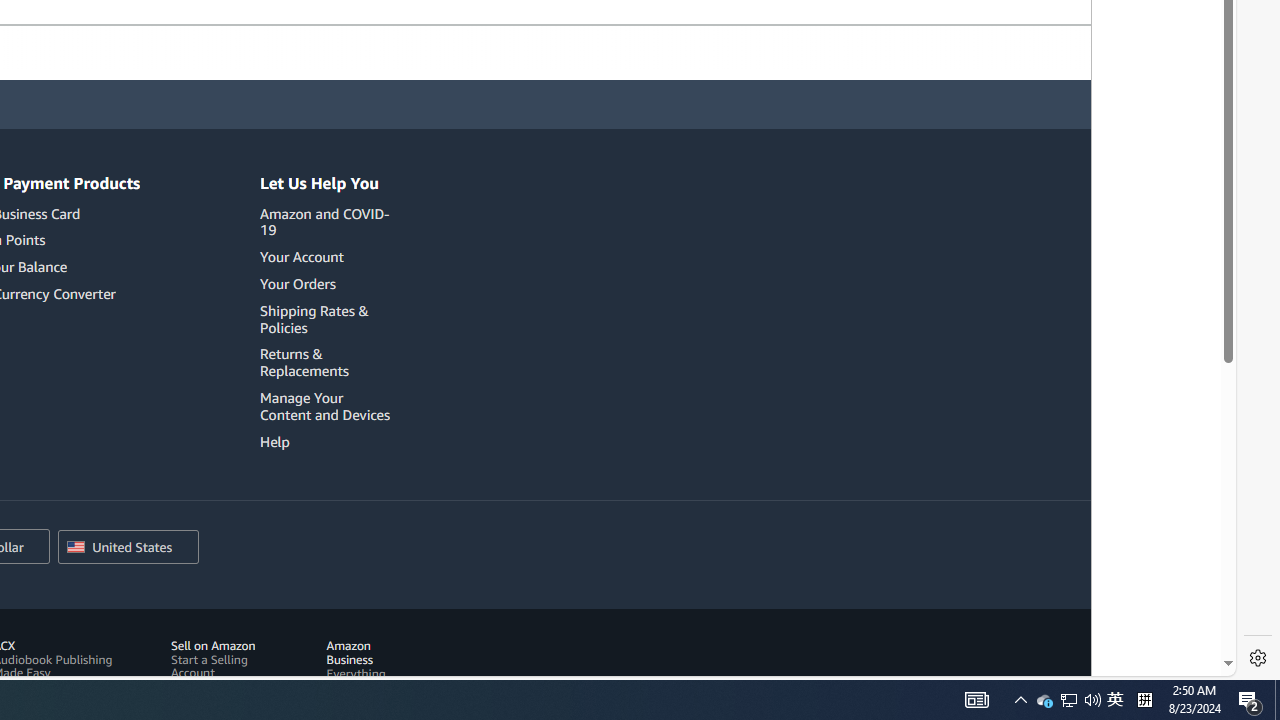 This screenshot has height=720, width=1280. Describe the element at coordinates (328, 256) in the screenshot. I see `'Your Account'` at that location.